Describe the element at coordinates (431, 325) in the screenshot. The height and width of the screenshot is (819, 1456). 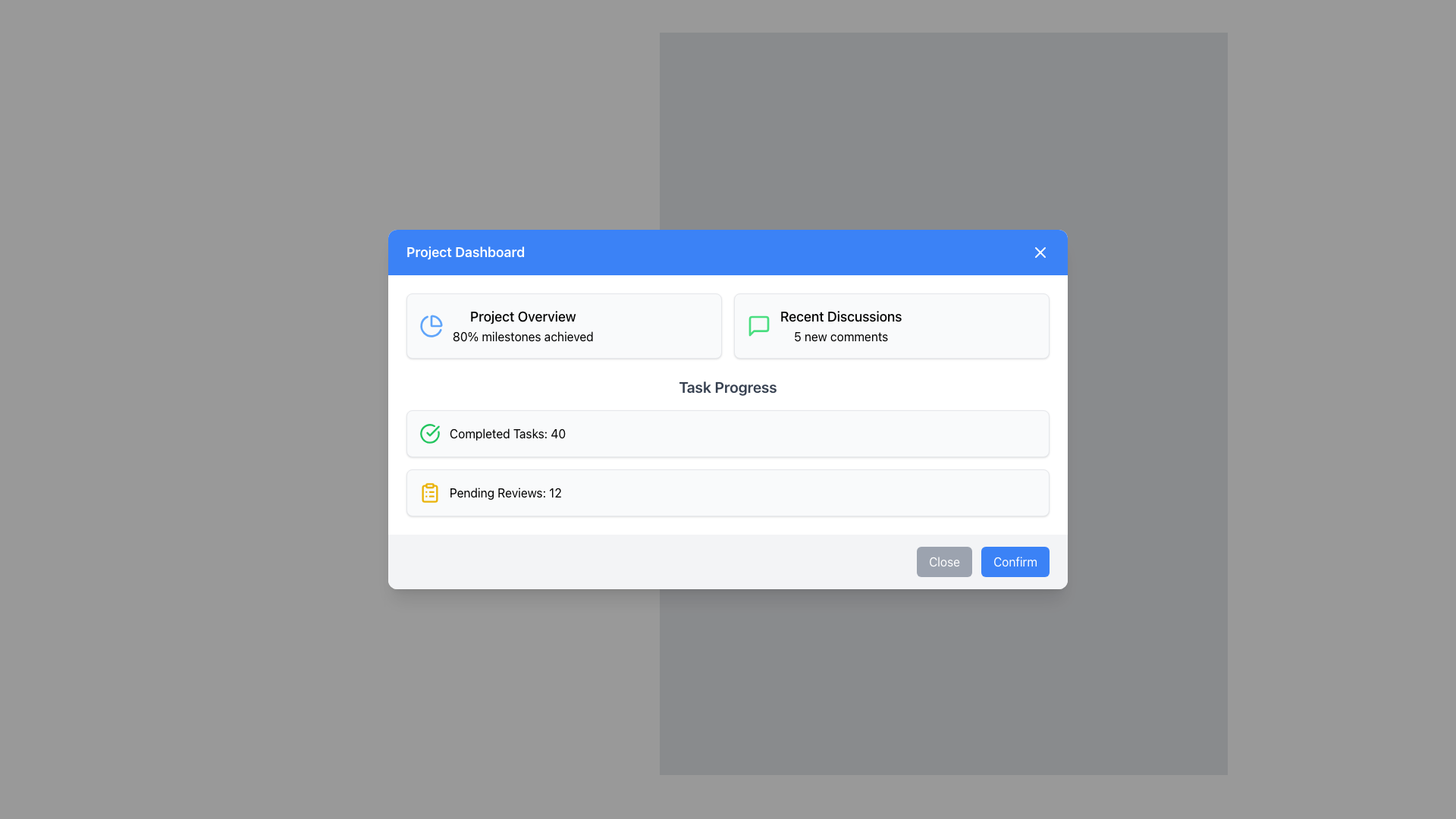
I see `the icon associated with the 'Project Overview' section in the 'Project Dashboard', positioned to the left of the 'Project Overview' text` at that location.